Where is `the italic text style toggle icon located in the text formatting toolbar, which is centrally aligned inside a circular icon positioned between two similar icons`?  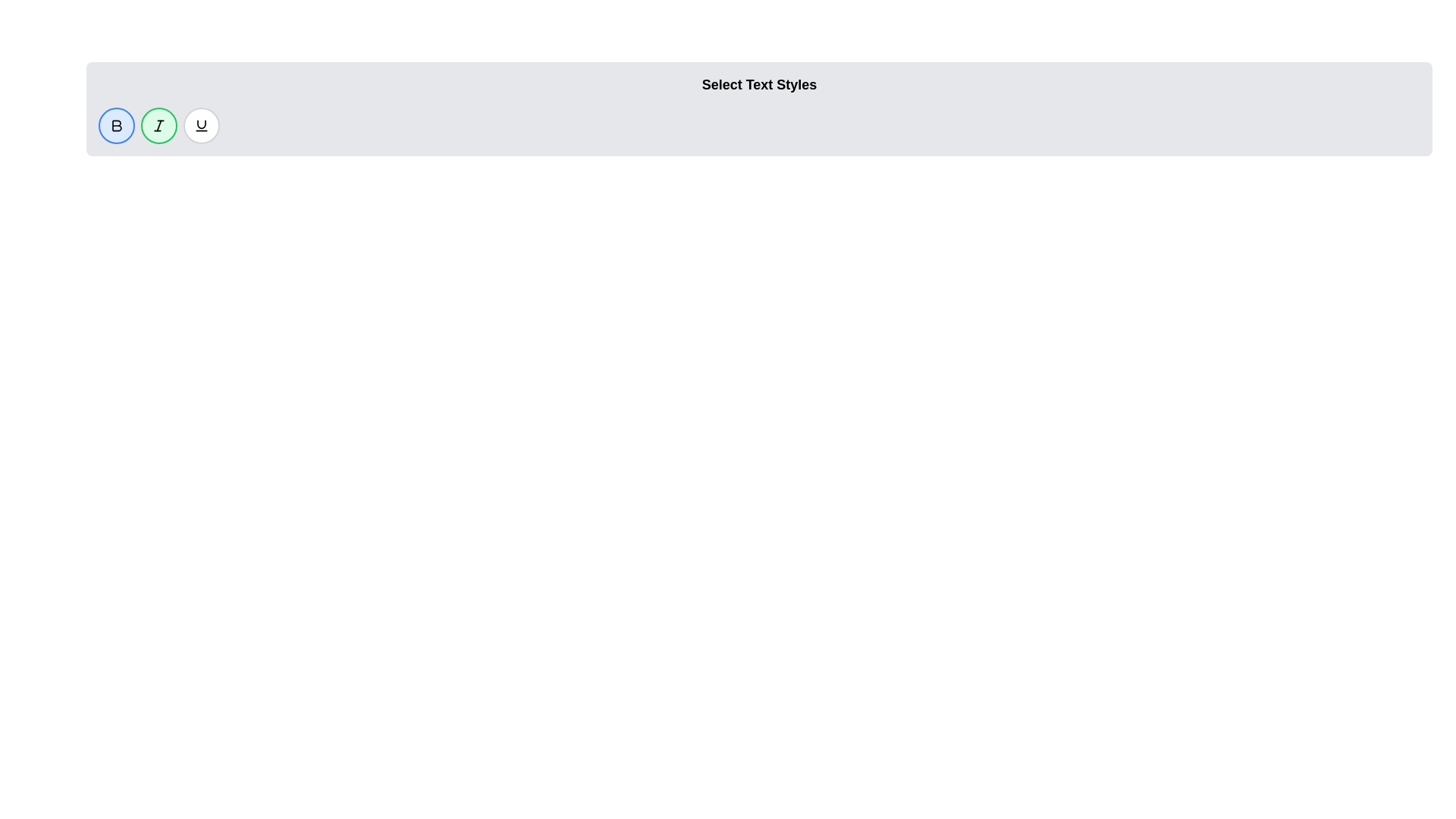
the italic text style toggle icon located in the text formatting toolbar, which is centrally aligned inside a circular icon positioned between two similar icons is located at coordinates (159, 124).